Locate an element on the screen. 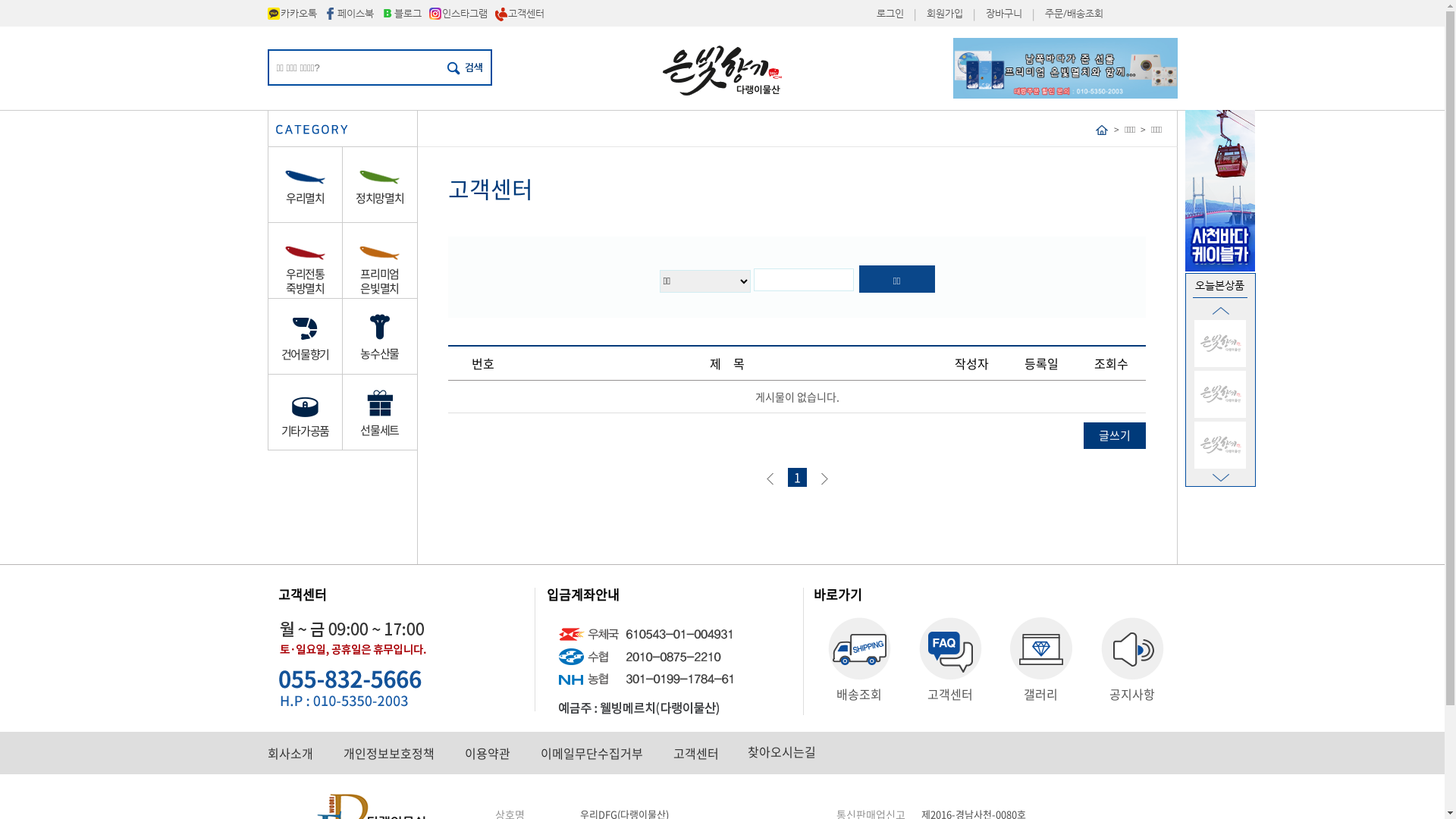 This screenshot has height=819, width=1456. '1' is located at coordinates (795, 476).